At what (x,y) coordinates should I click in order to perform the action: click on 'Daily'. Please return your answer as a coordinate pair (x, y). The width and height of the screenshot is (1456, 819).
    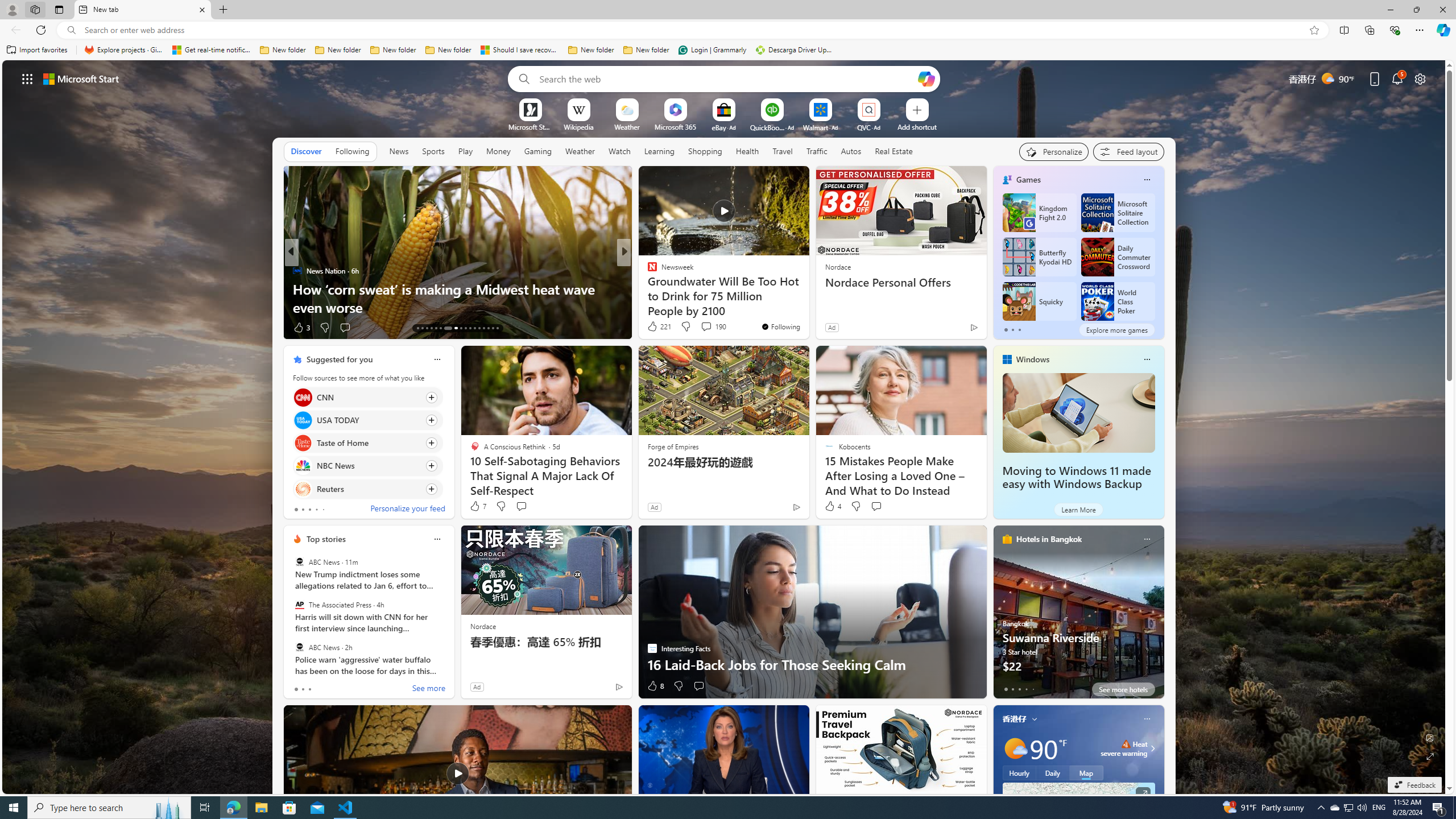
    Looking at the image, I should click on (1052, 773).